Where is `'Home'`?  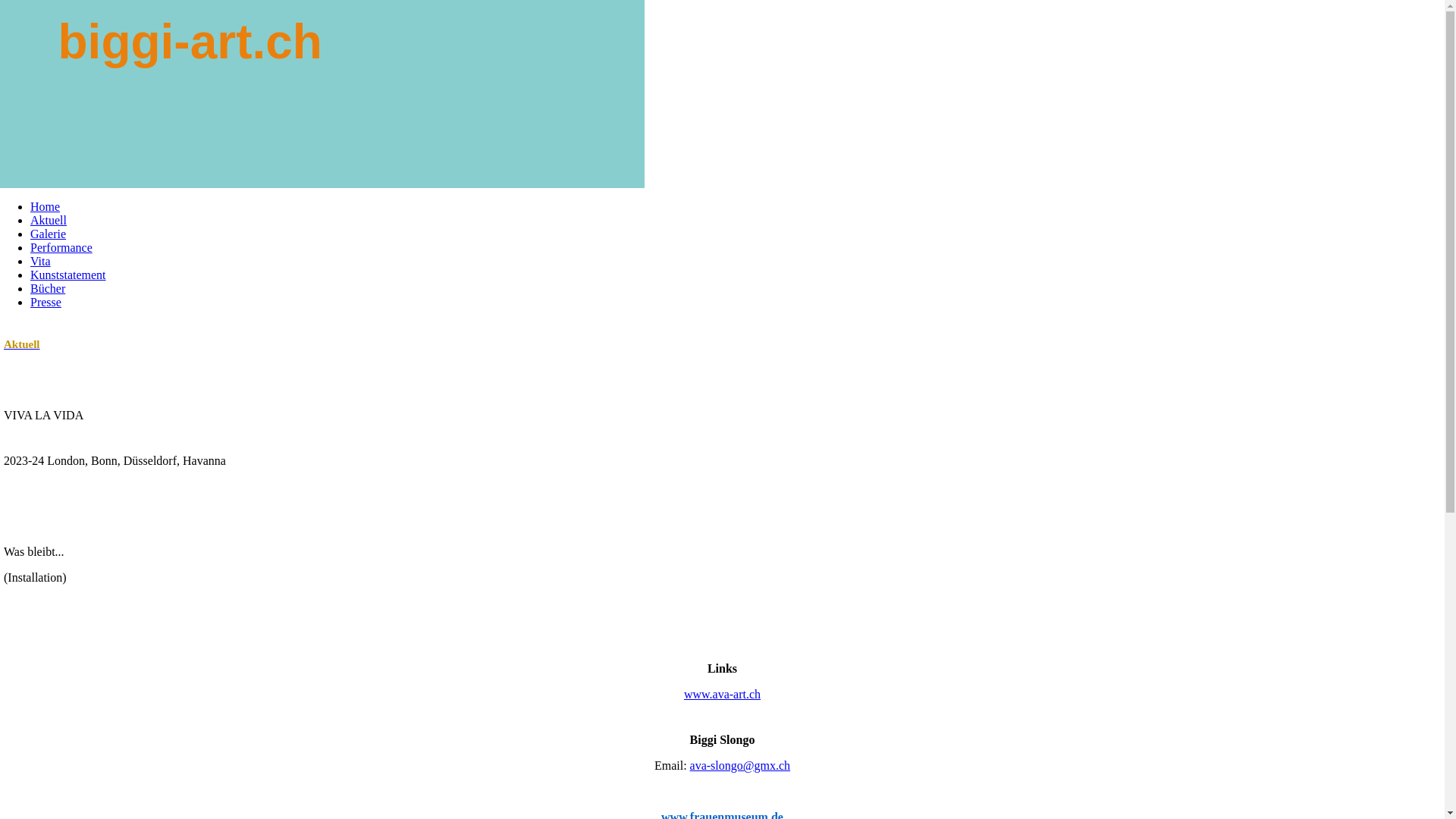 'Home' is located at coordinates (45, 206).